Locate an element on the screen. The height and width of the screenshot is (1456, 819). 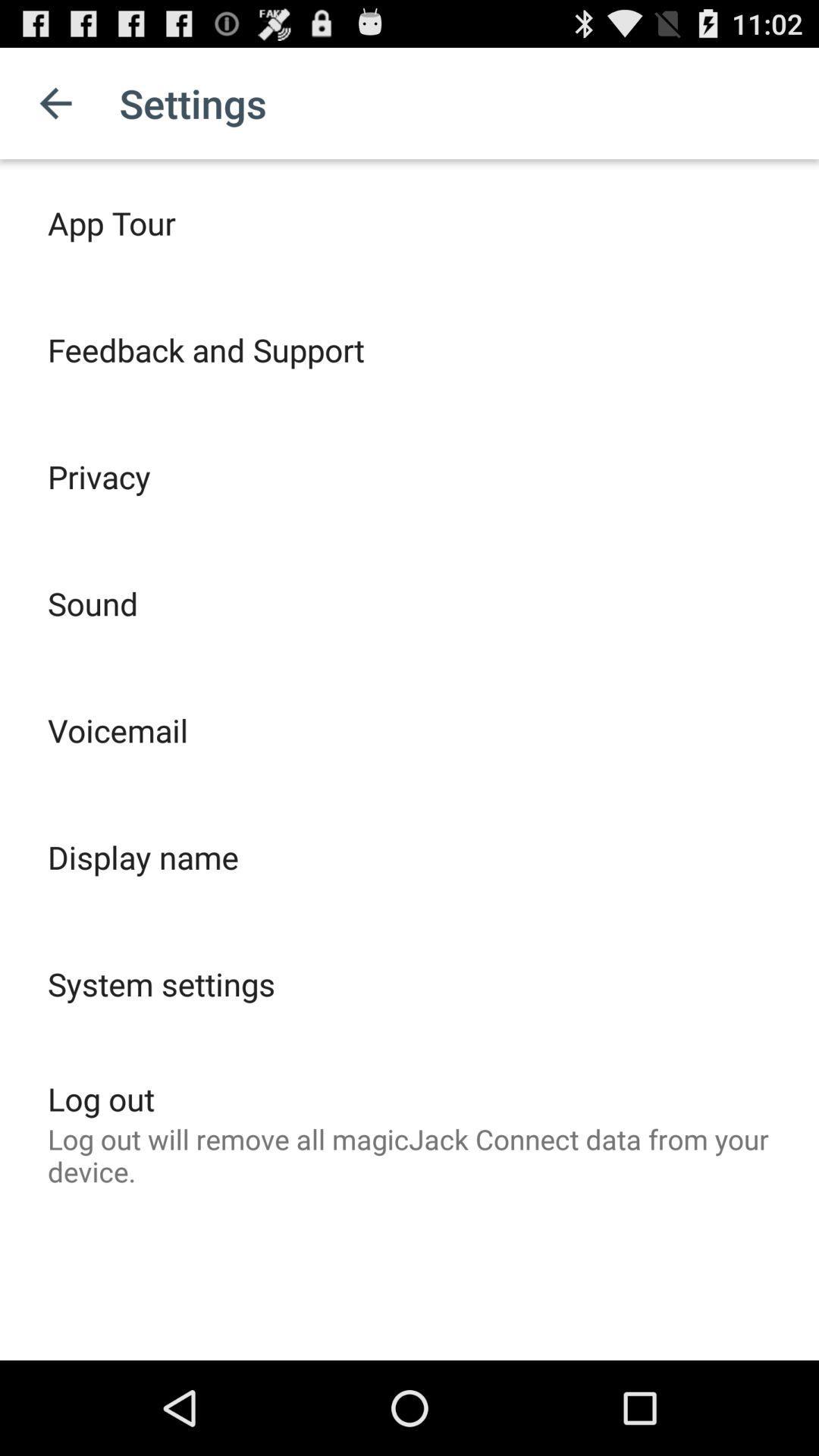
sound item is located at coordinates (93, 602).